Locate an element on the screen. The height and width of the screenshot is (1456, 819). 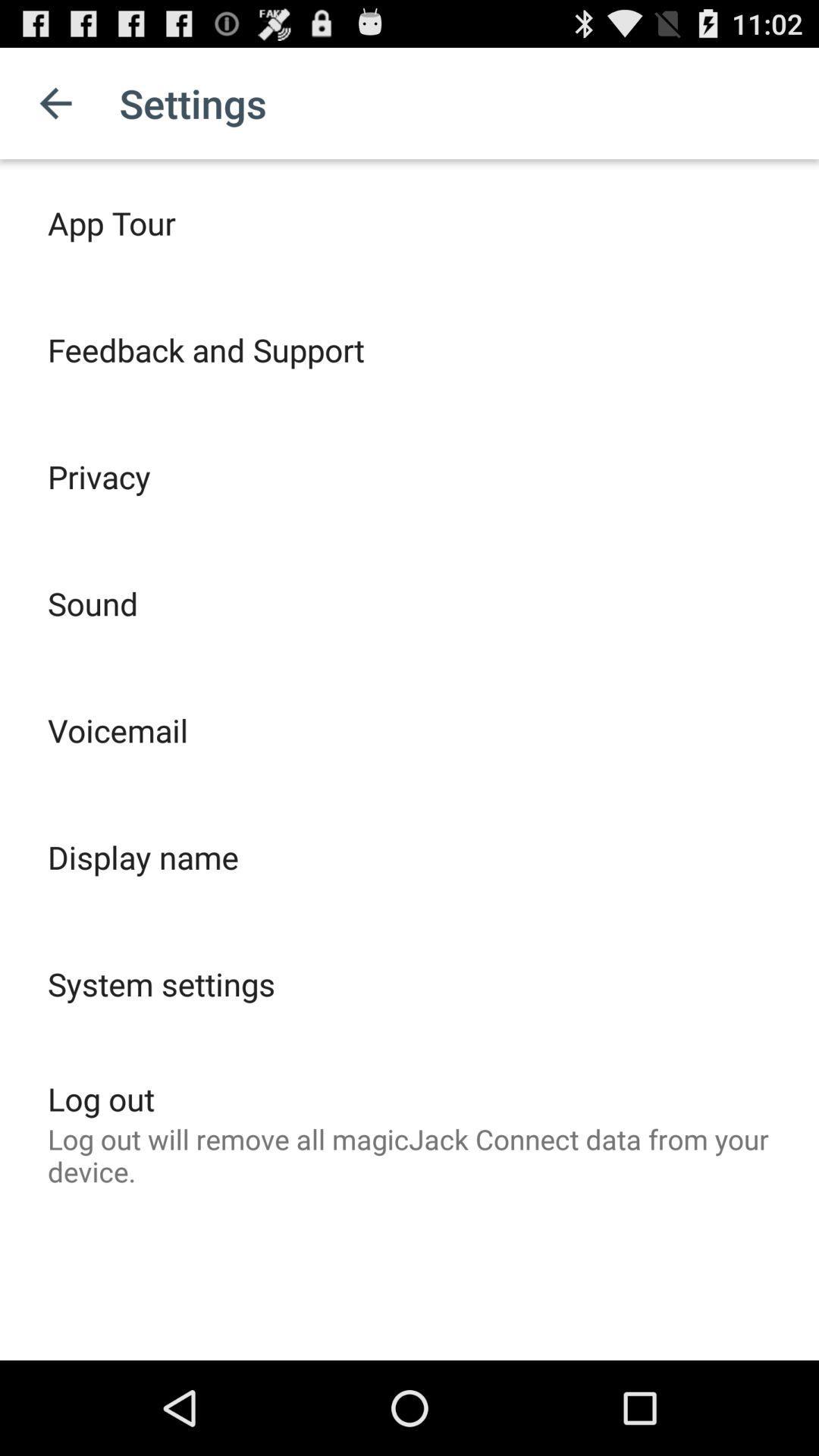
sound item is located at coordinates (93, 602).